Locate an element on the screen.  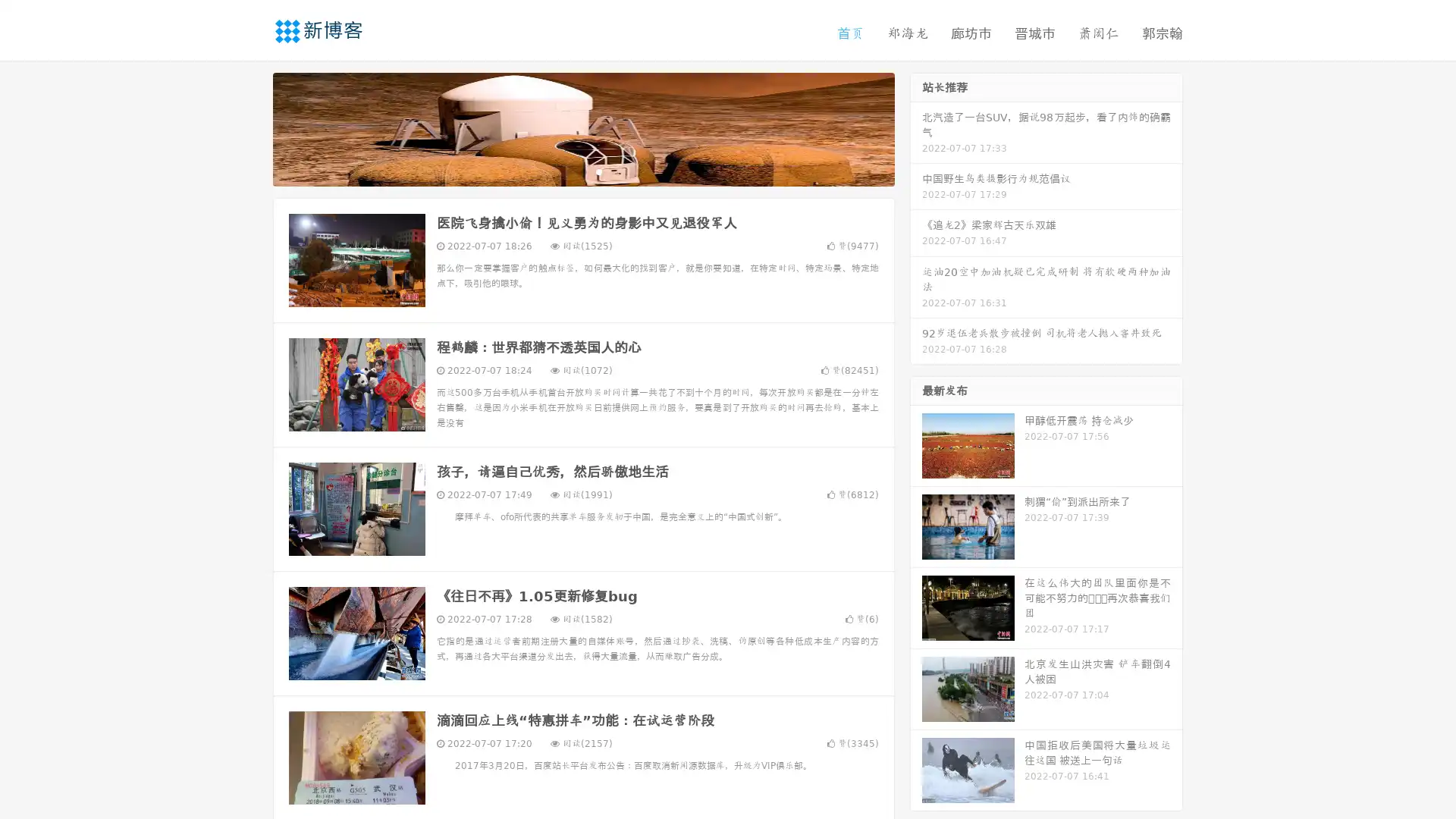
Go to slide 3 is located at coordinates (598, 171).